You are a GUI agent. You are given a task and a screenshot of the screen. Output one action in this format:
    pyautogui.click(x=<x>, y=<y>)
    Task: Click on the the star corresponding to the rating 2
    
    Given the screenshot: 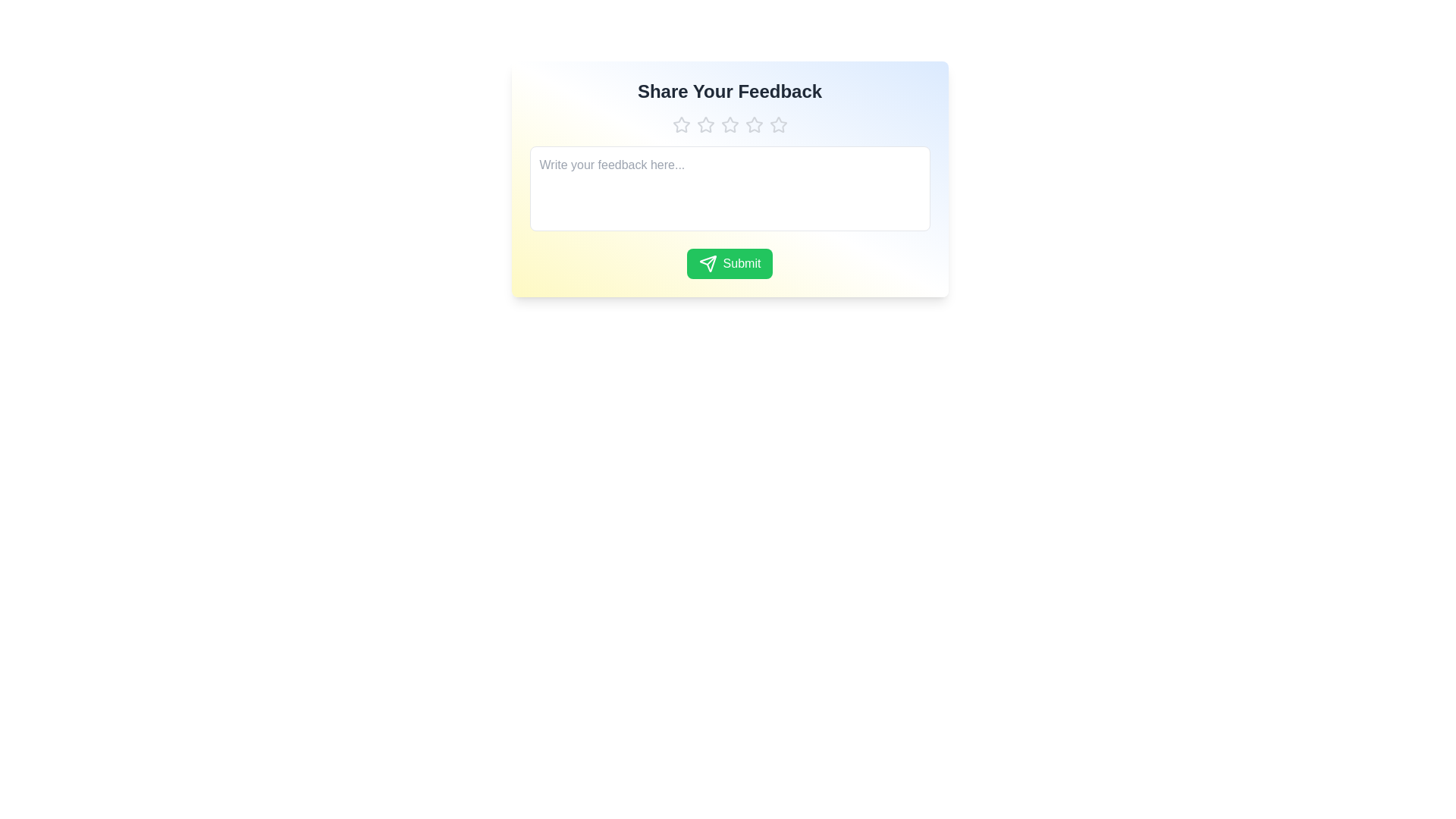 What is the action you would take?
    pyautogui.click(x=704, y=124)
    